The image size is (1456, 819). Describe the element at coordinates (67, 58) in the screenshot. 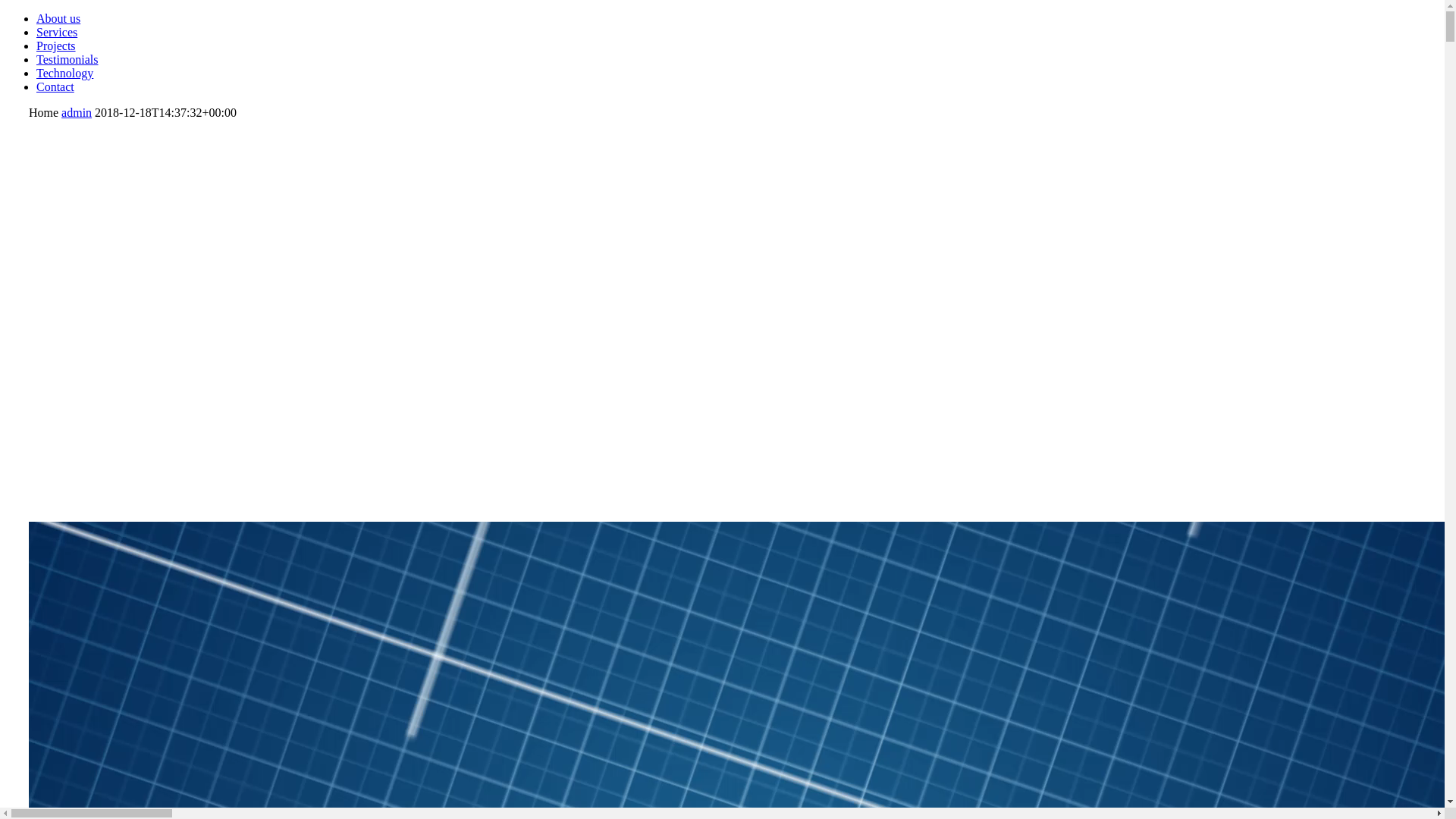

I see `'Testimonials'` at that location.